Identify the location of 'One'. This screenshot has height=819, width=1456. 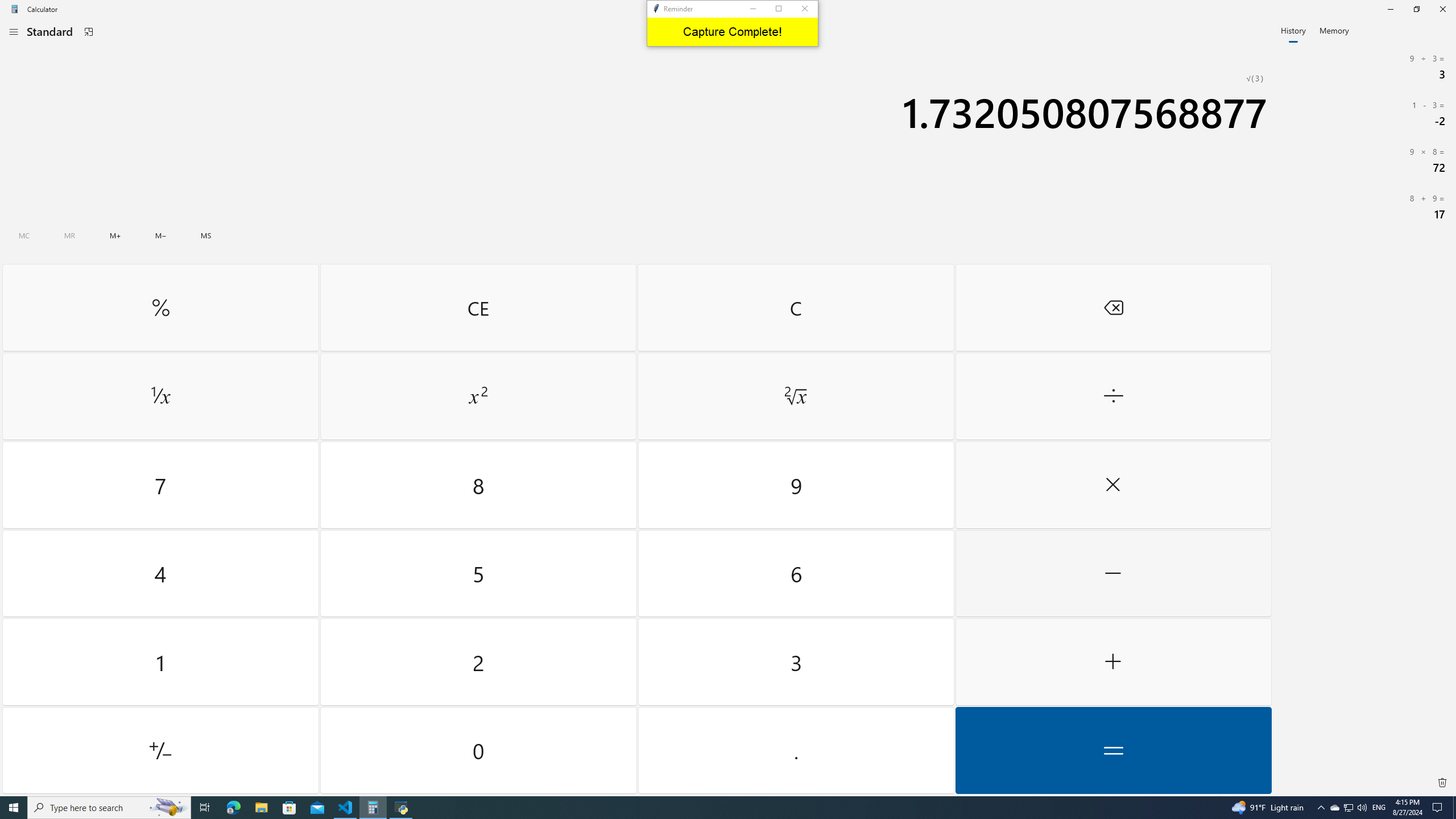
(160, 662).